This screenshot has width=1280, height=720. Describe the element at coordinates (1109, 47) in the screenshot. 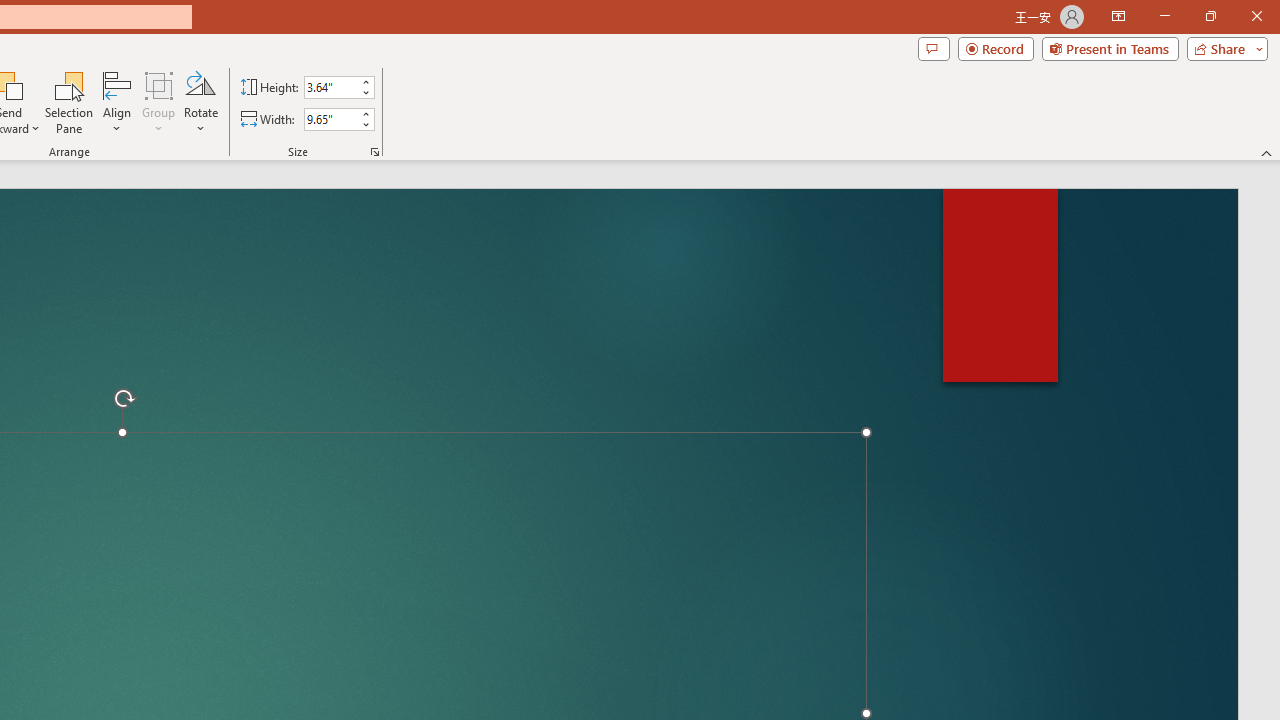

I see `'Present in Teams'` at that location.